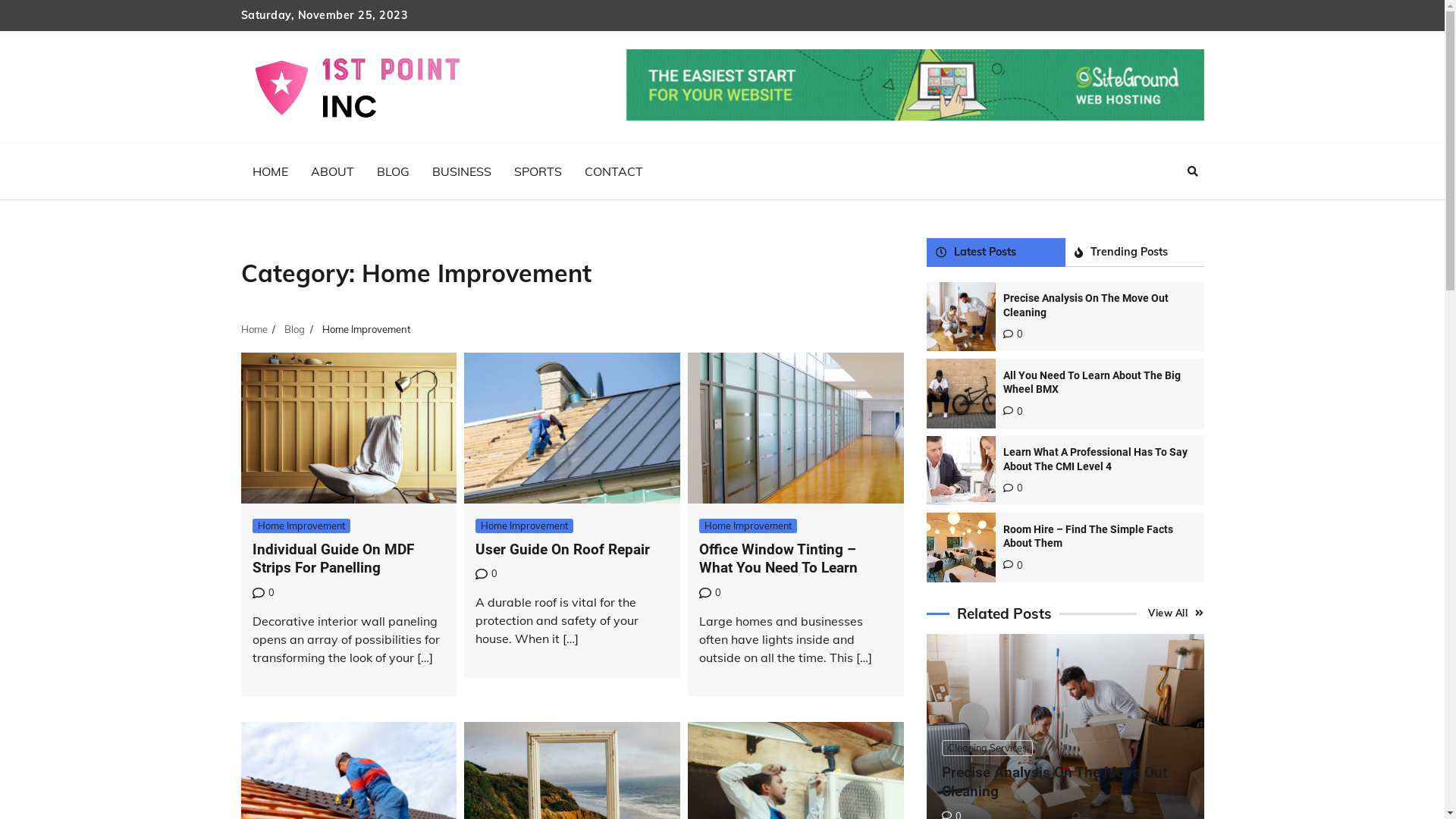  What do you see at coordinates (562, 549) in the screenshot?
I see `'User Guide On Roof Repair'` at bounding box center [562, 549].